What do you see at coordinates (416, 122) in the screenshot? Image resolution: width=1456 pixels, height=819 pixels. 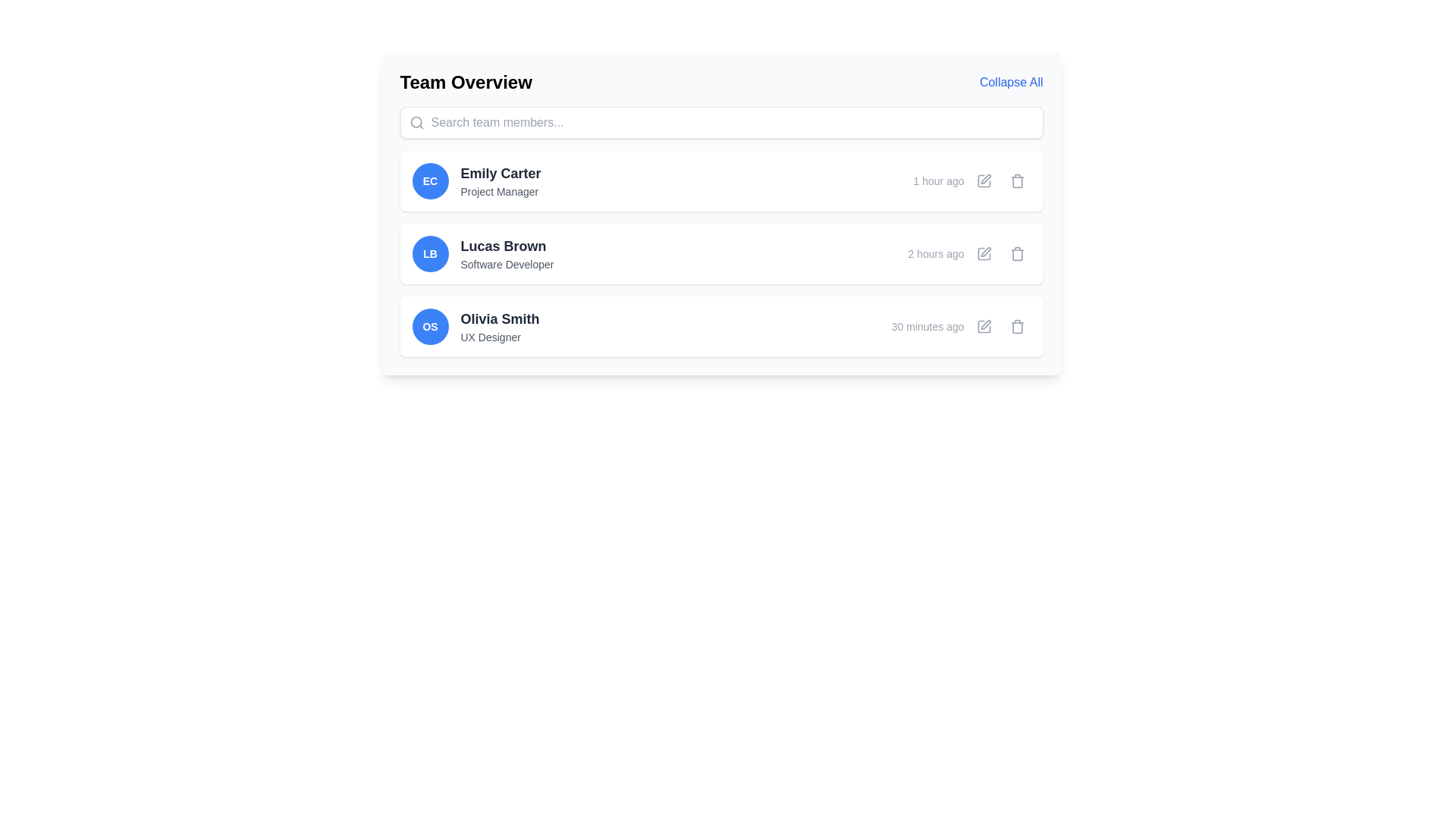 I see `the search icon located on the leftmost side of the search input box below the 'Team Overview' heading` at bounding box center [416, 122].